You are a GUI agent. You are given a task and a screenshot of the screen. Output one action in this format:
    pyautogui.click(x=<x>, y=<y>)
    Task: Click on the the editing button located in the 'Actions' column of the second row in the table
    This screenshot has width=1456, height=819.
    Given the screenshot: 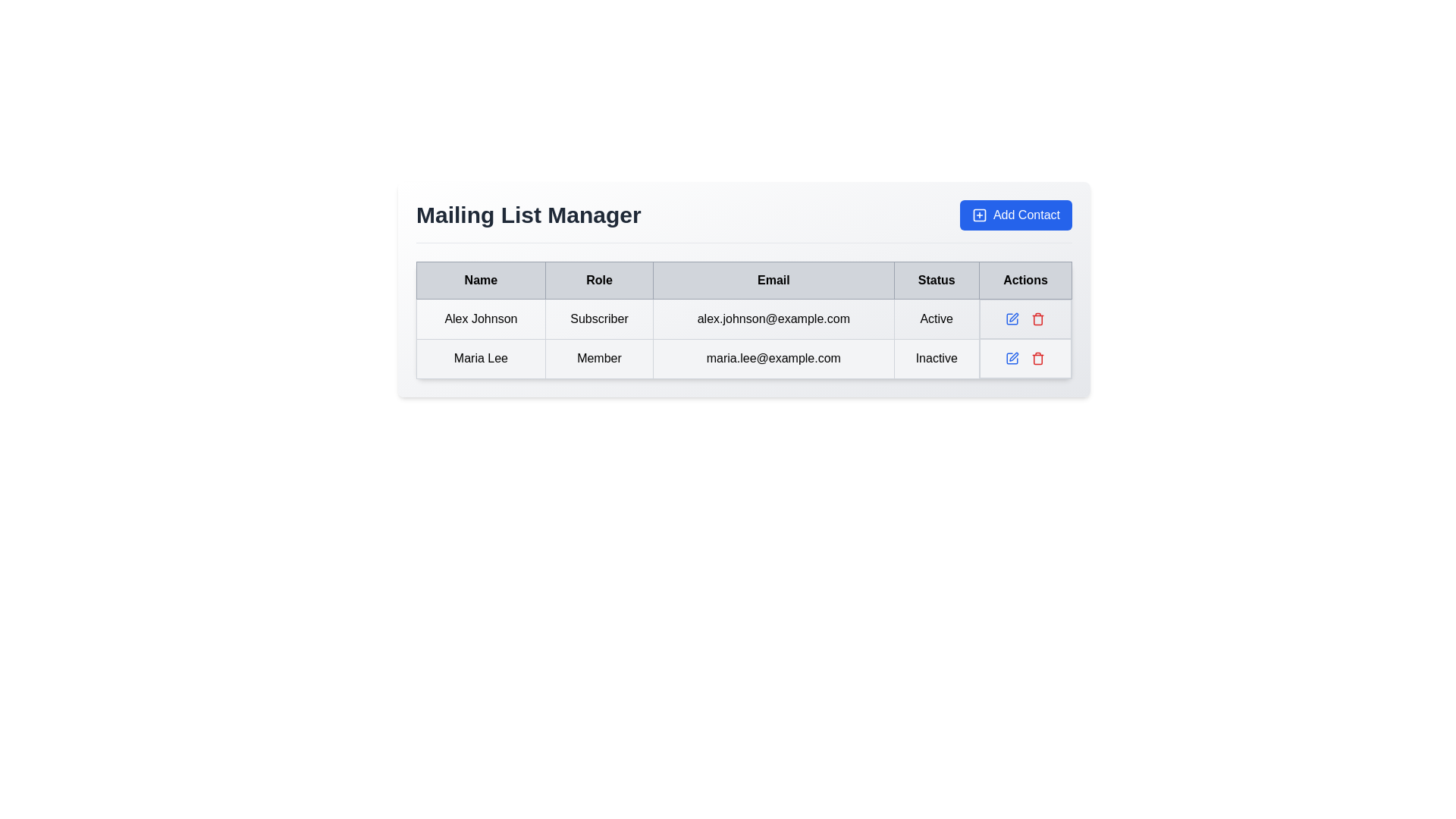 What is the action you would take?
    pyautogui.click(x=1012, y=318)
    